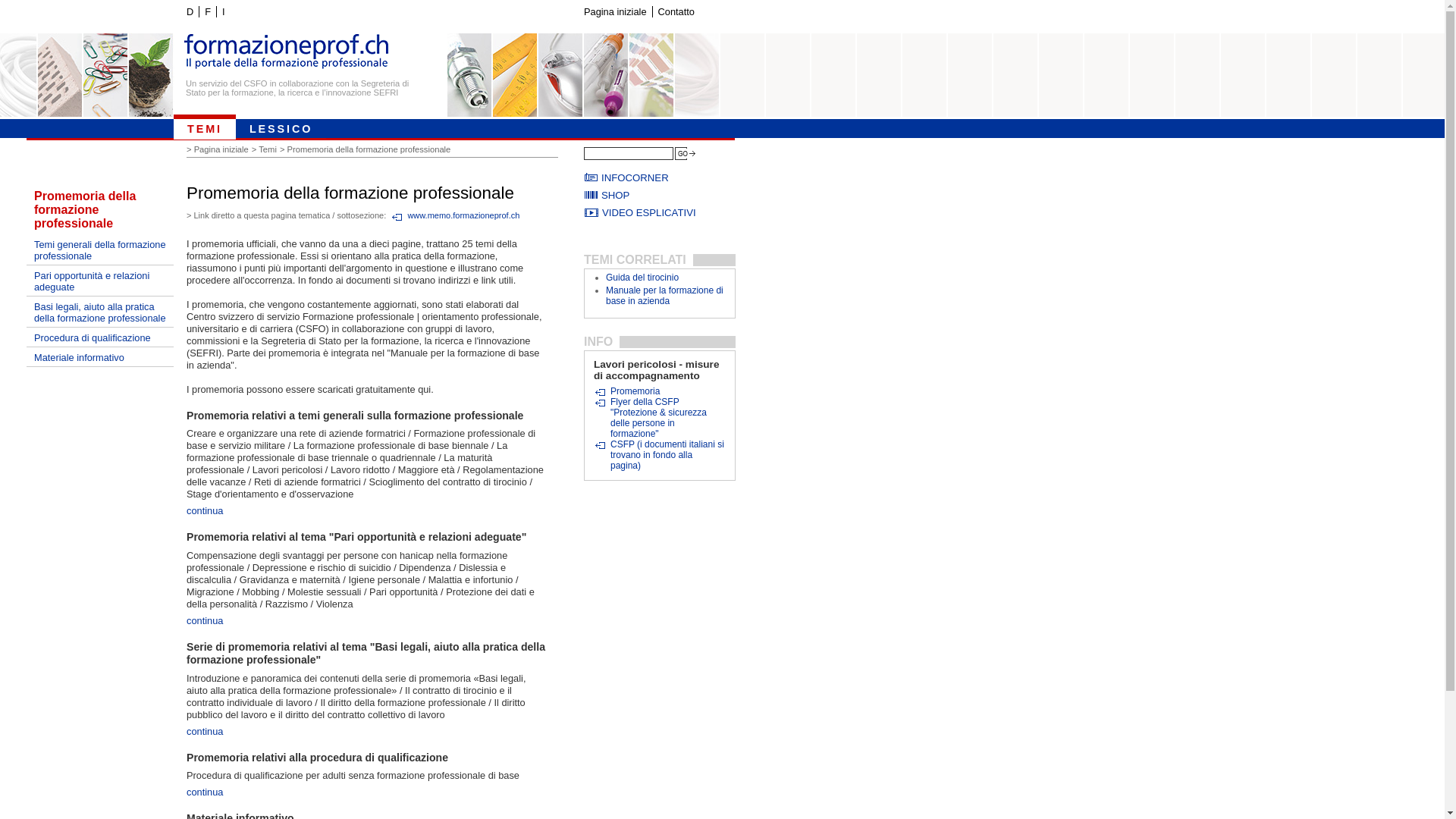 The image size is (1456, 819). I want to click on 'Contatto', so click(651, 11).